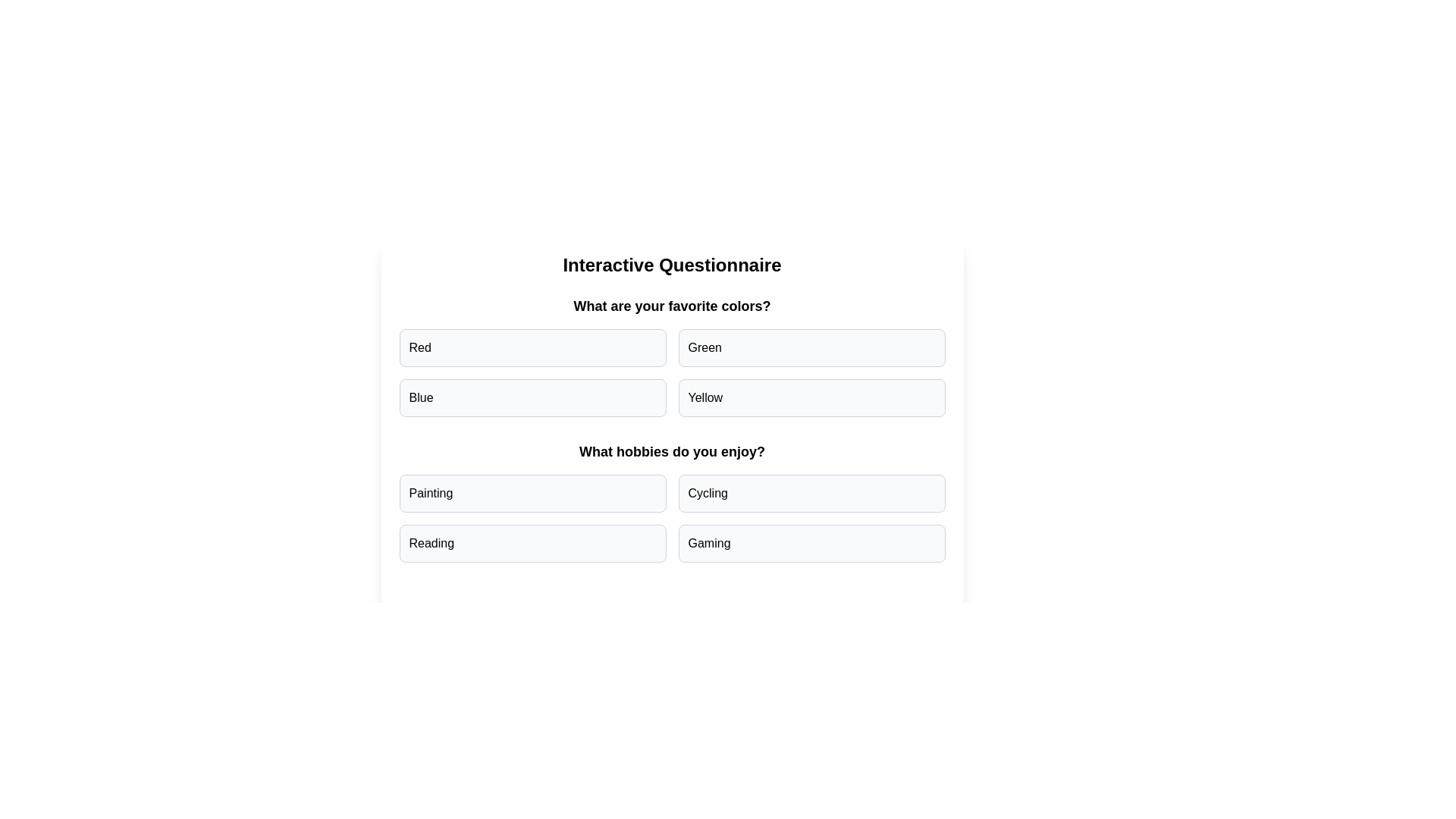 This screenshot has width=1456, height=819. Describe the element at coordinates (671, 306) in the screenshot. I see `the question label What are your favorite colors?` at that location.